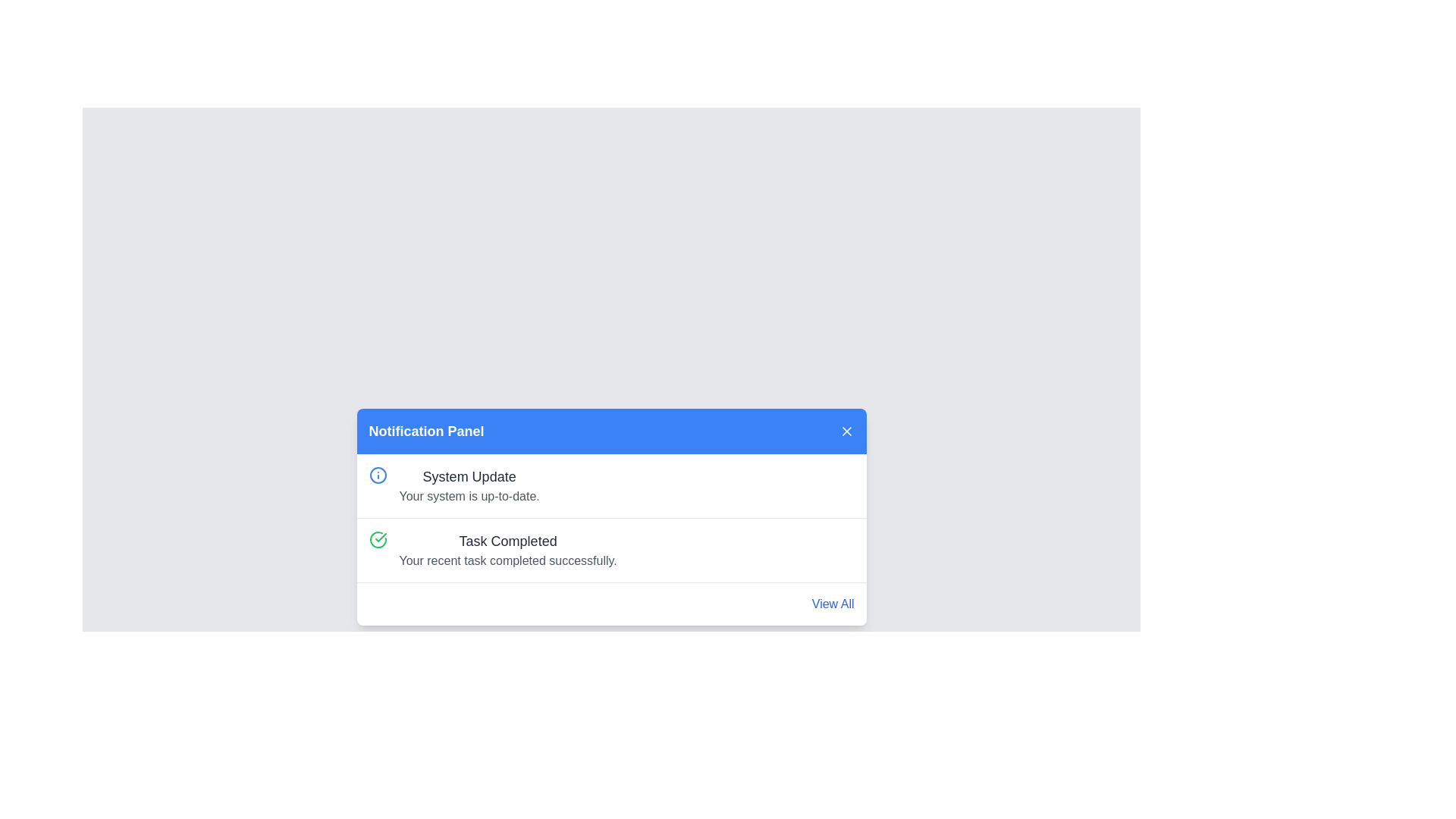  Describe the element at coordinates (611, 485) in the screenshot. I see `the notification titled 'System Update' which displays the message 'Your system is up-to-date.'` at that location.